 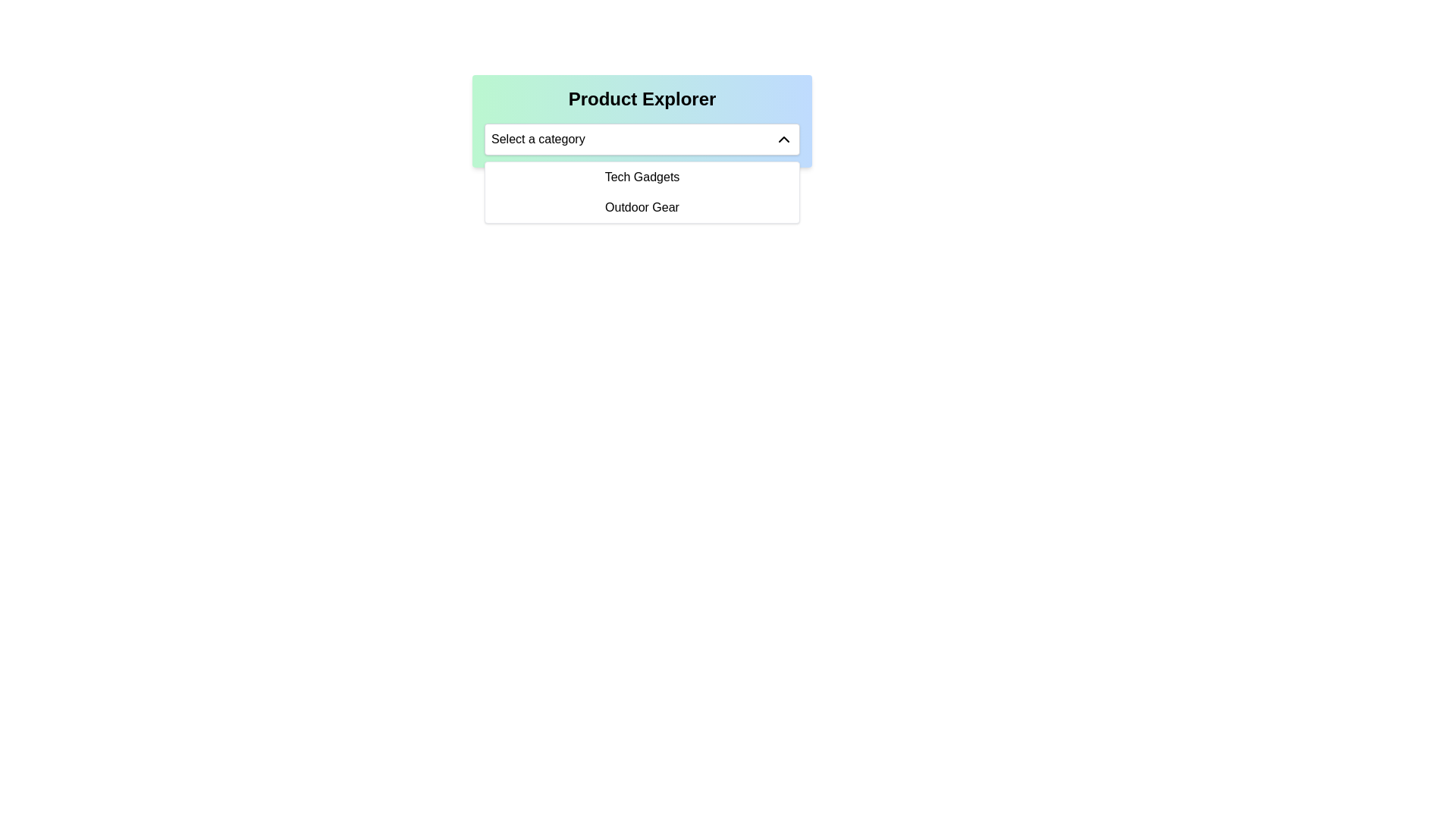 What do you see at coordinates (642, 177) in the screenshot?
I see `the 'Tech Gadgets' menu option` at bounding box center [642, 177].